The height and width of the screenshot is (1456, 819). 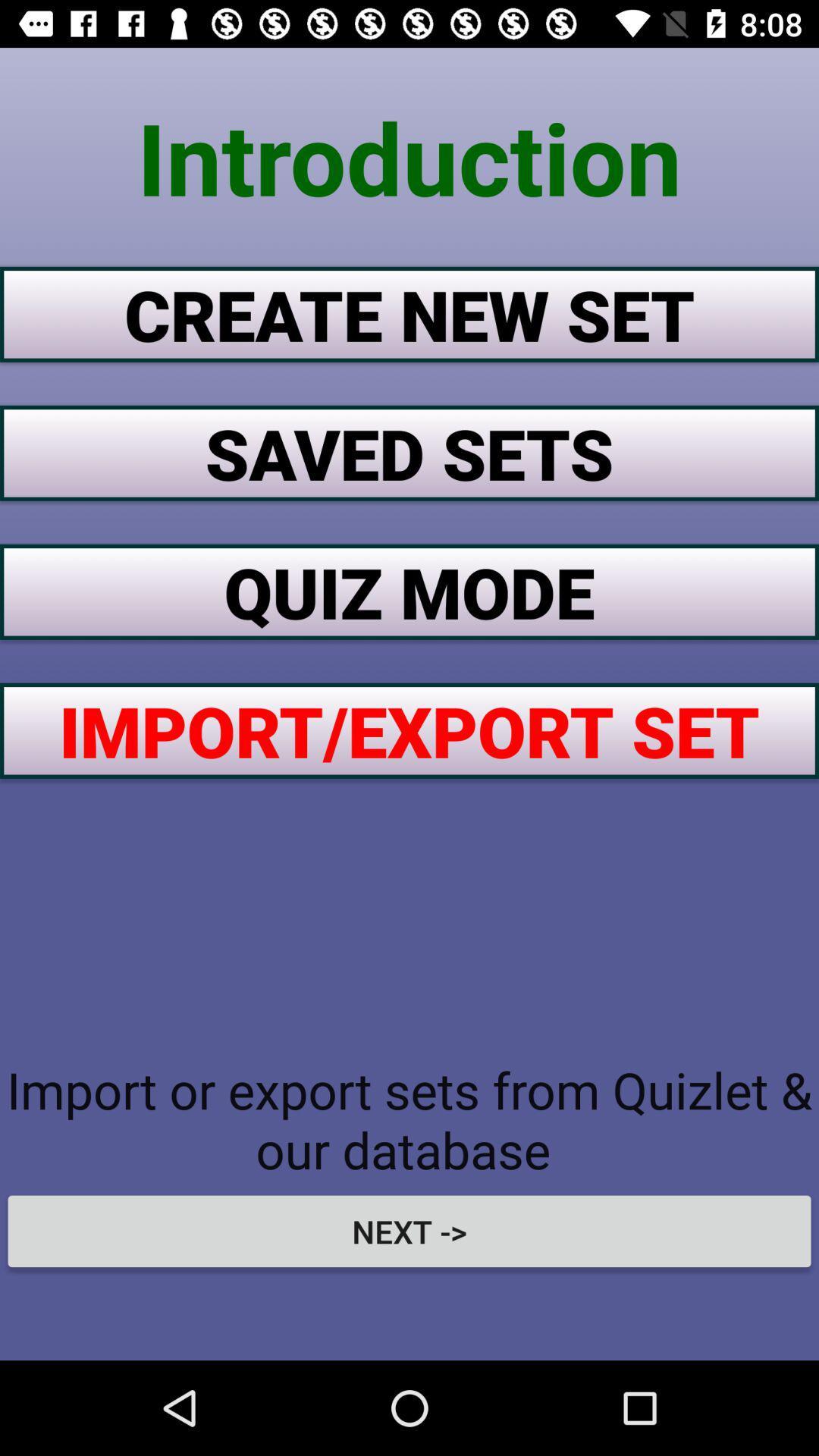 I want to click on the next -> button, so click(x=409, y=1231).